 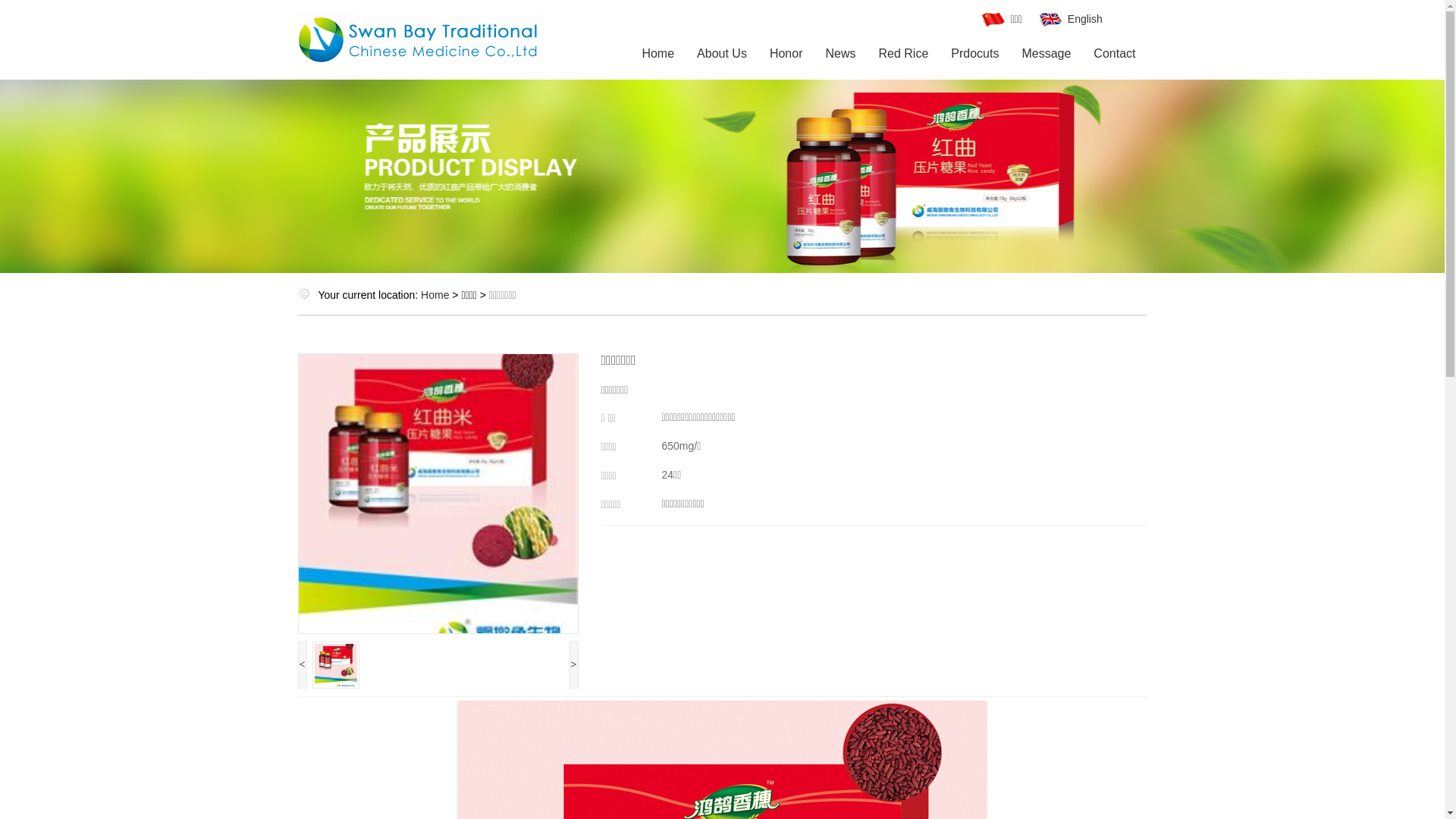 What do you see at coordinates (695, 52) in the screenshot?
I see `'About Us'` at bounding box center [695, 52].